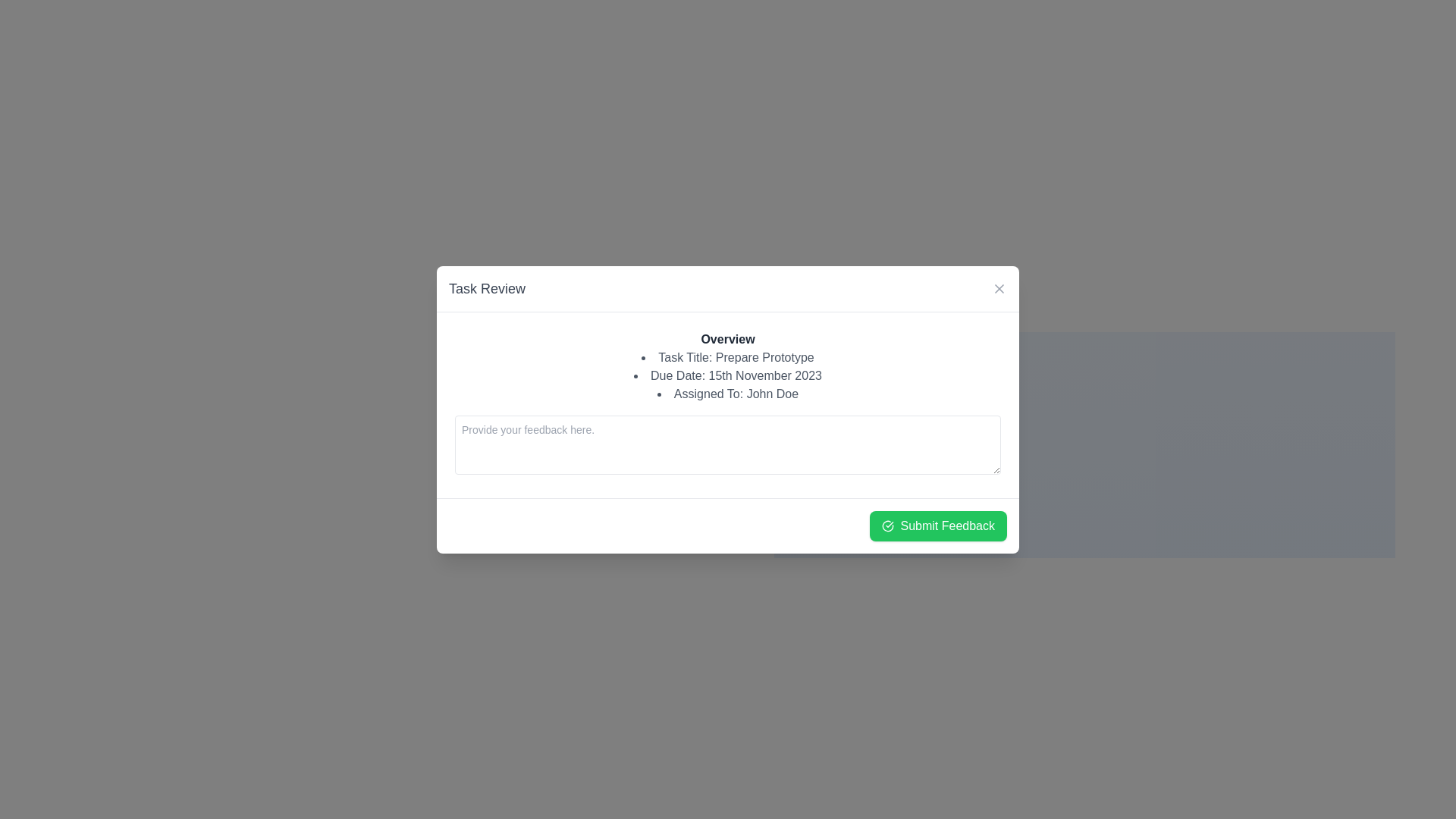 The image size is (1456, 819). Describe the element at coordinates (728, 338) in the screenshot. I see `the static text label element displaying 'Overview' in bold, dark gray font, located at the top of the modal interface` at that location.